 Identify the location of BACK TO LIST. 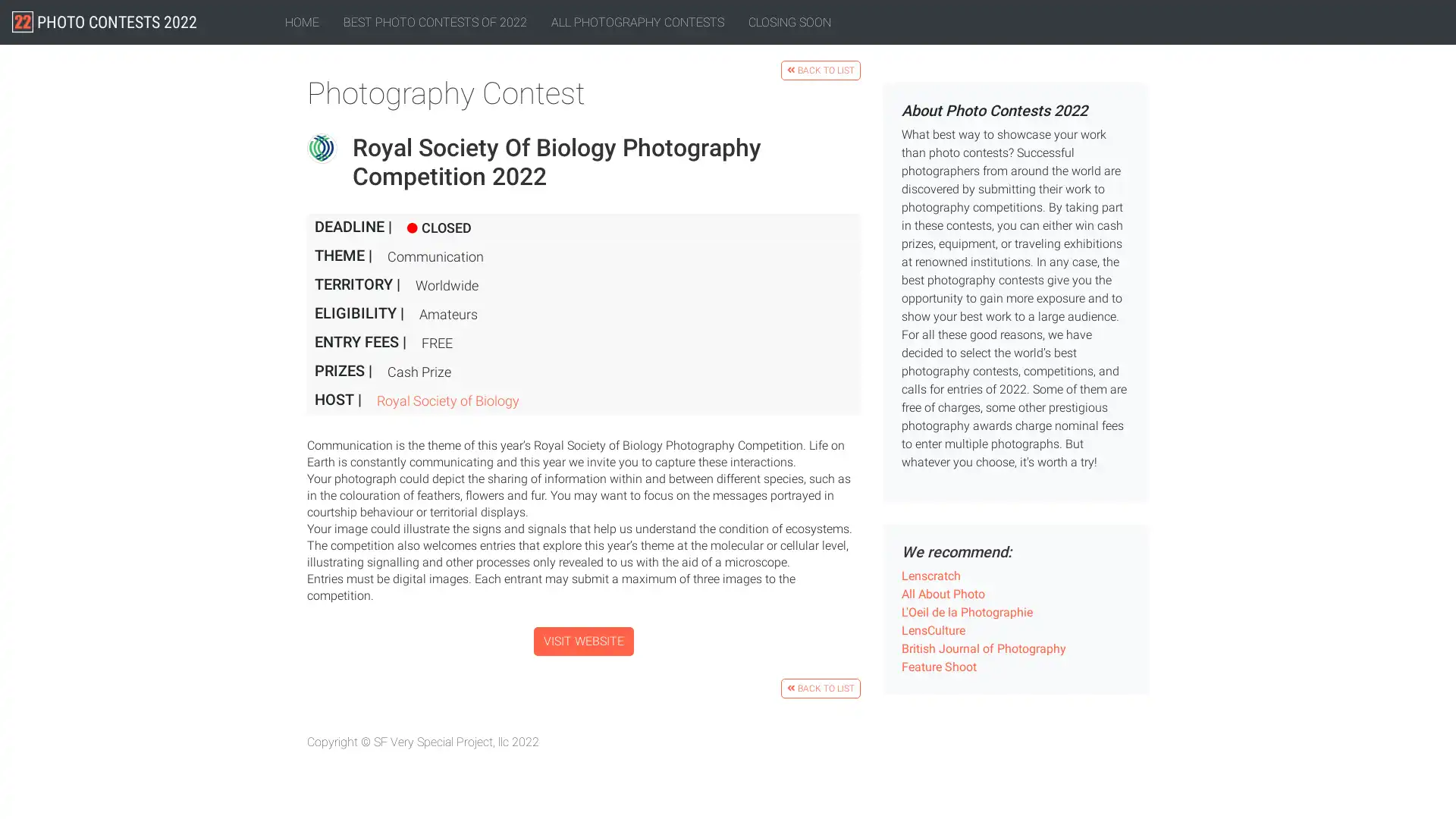
(820, 687).